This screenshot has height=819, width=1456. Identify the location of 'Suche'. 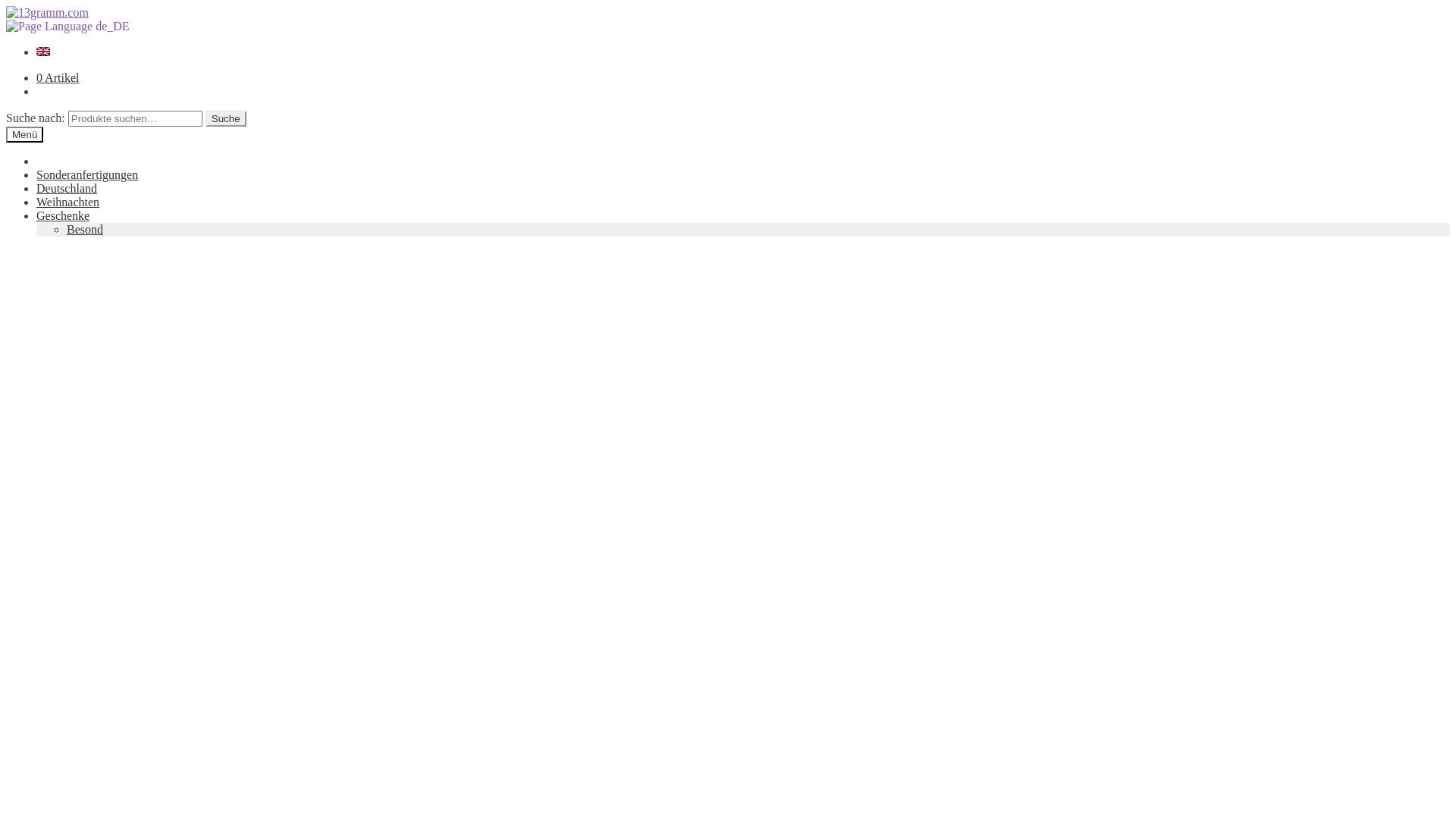
(224, 118).